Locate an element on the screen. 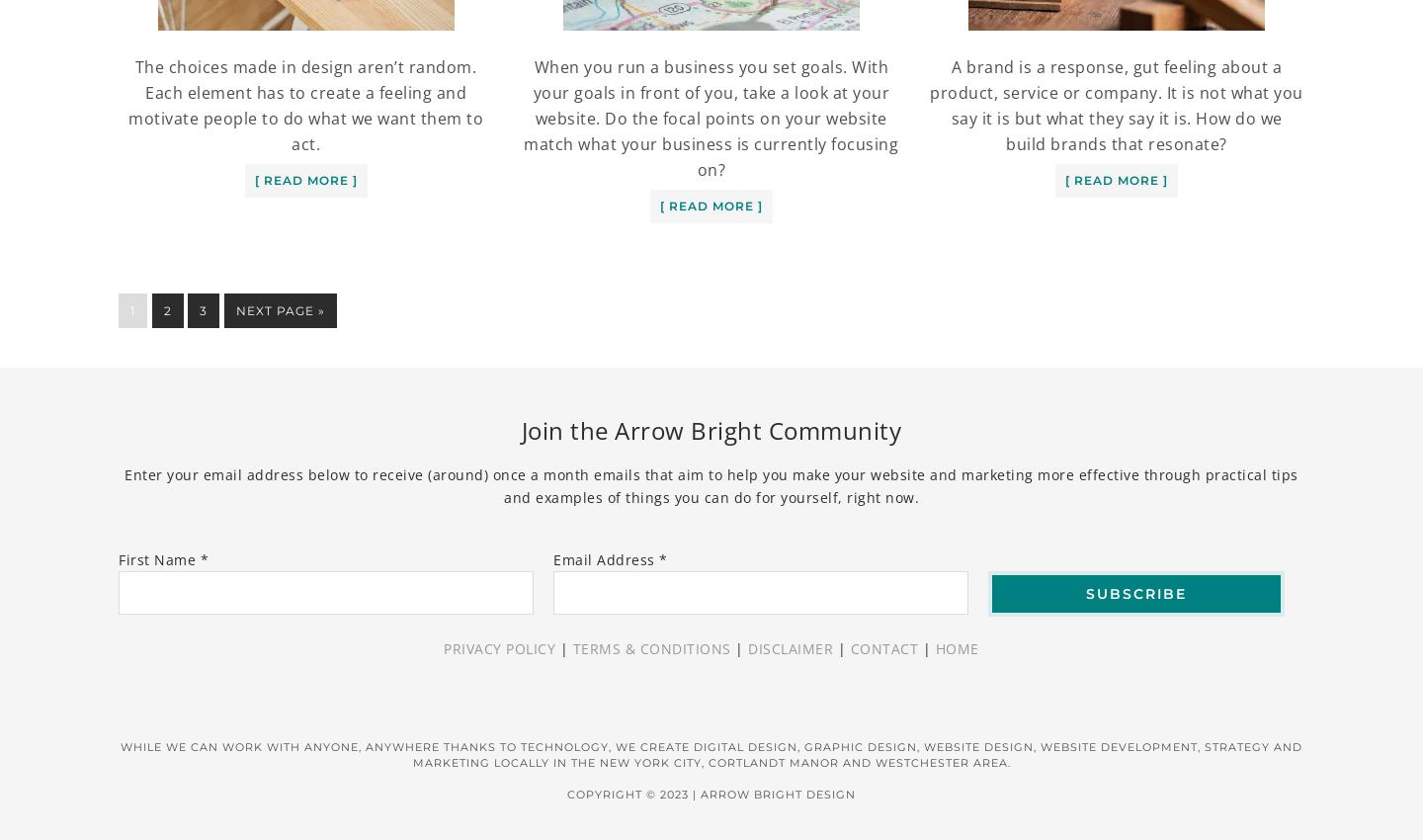  'TERMS & CONDITIONS' is located at coordinates (649, 647).